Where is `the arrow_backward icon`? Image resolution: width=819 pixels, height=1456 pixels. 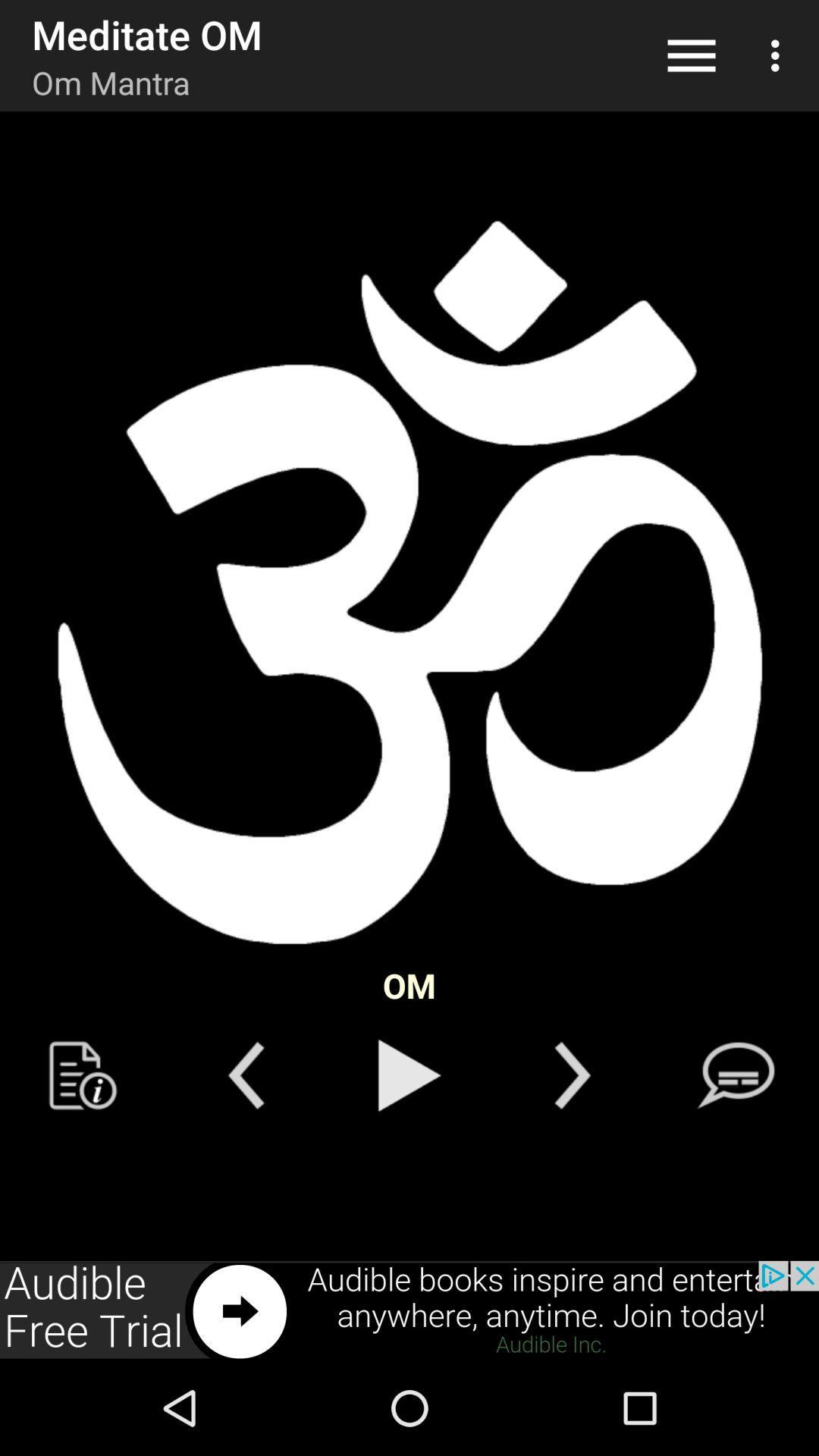 the arrow_backward icon is located at coordinates (245, 1075).